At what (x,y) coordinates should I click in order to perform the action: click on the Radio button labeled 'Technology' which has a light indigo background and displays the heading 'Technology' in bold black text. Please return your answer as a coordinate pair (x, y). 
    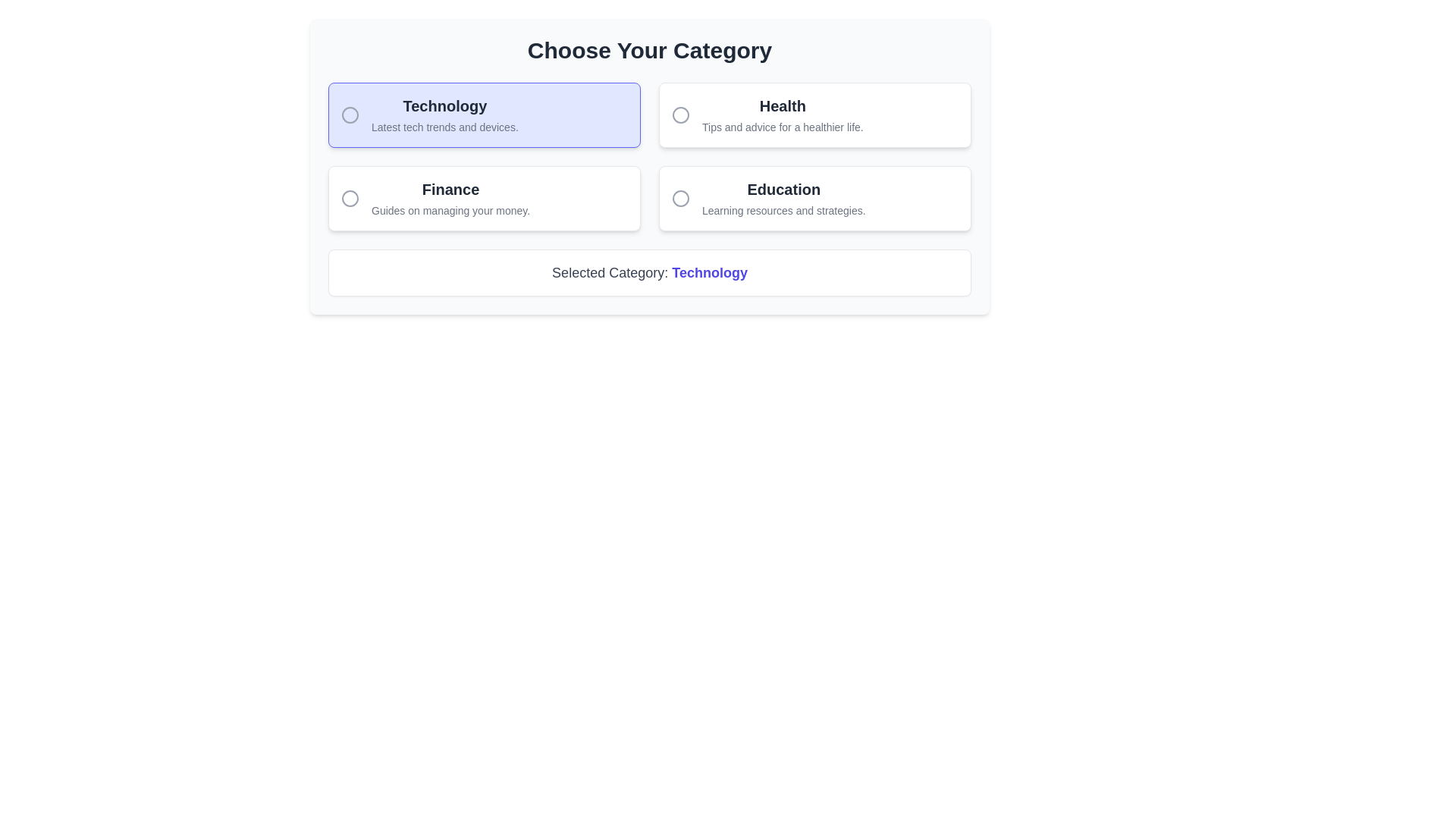
    Looking at the image, I should click on (483, 114).